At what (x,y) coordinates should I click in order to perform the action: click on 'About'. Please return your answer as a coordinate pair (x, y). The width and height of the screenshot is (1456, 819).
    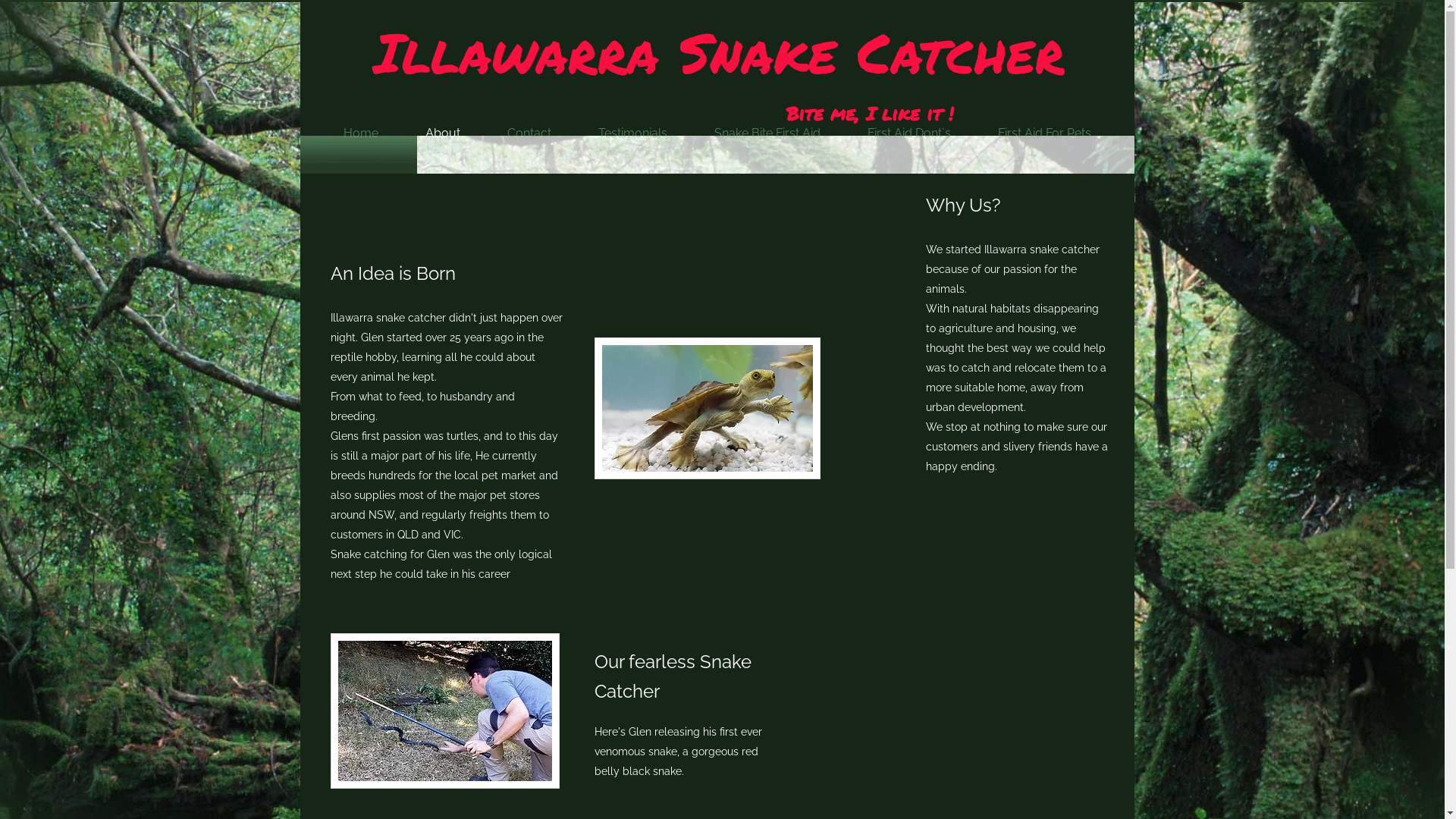
    Looking at the image, I should click on (442, 133).